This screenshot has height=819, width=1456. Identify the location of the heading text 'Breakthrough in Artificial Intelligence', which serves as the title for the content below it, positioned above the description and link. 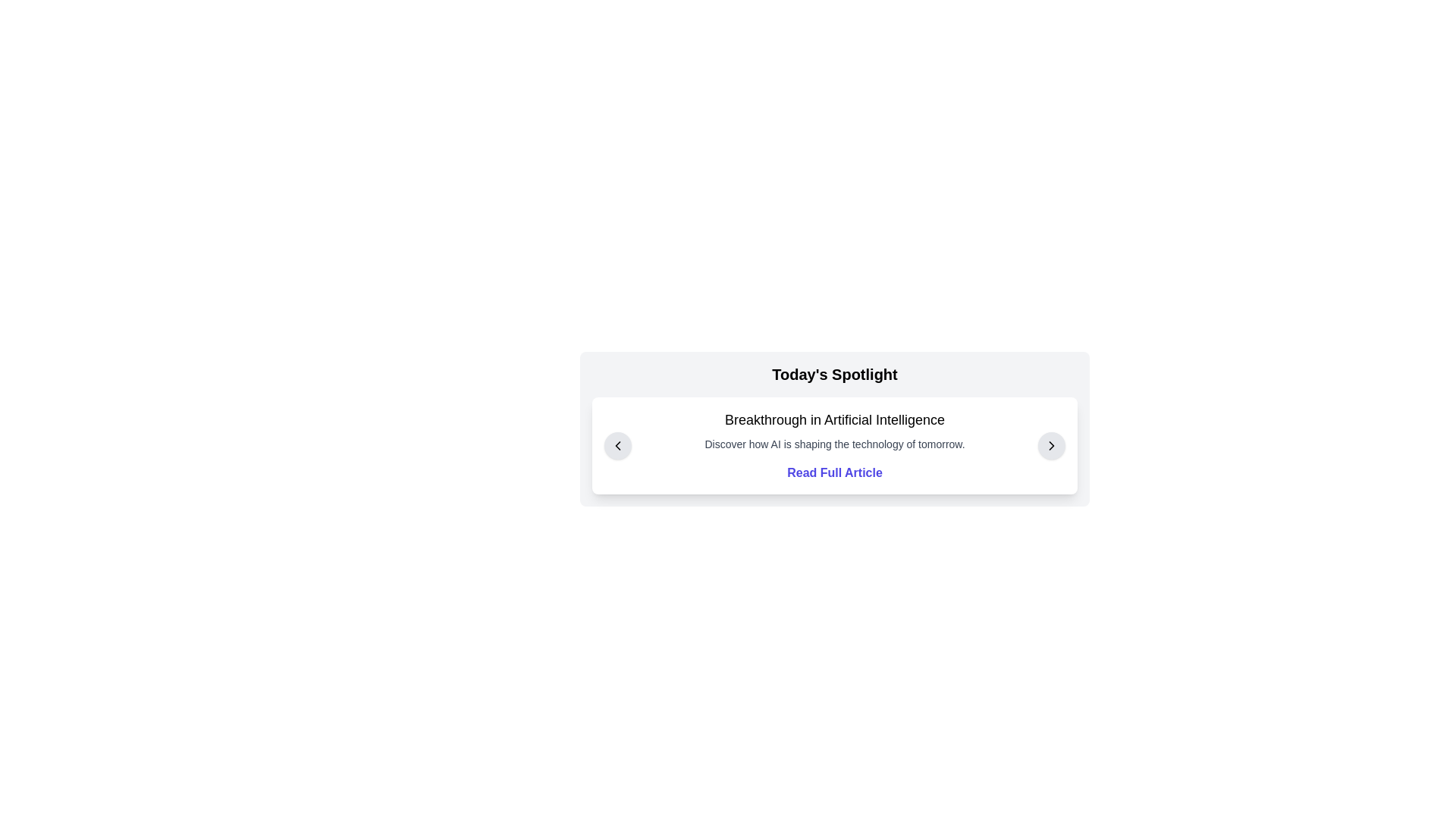
(833, 420).